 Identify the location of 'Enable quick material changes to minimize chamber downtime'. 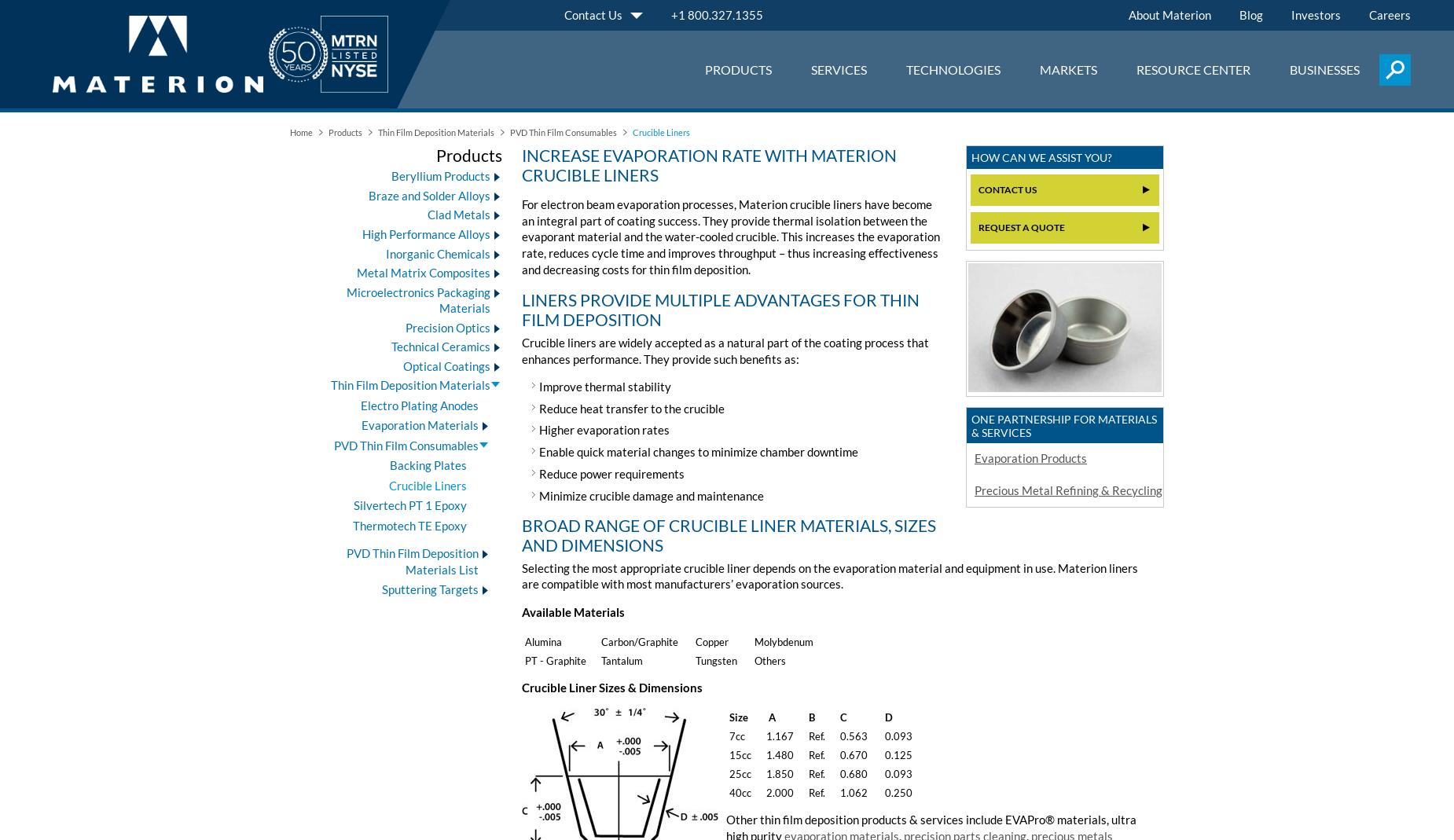
(698, 452).